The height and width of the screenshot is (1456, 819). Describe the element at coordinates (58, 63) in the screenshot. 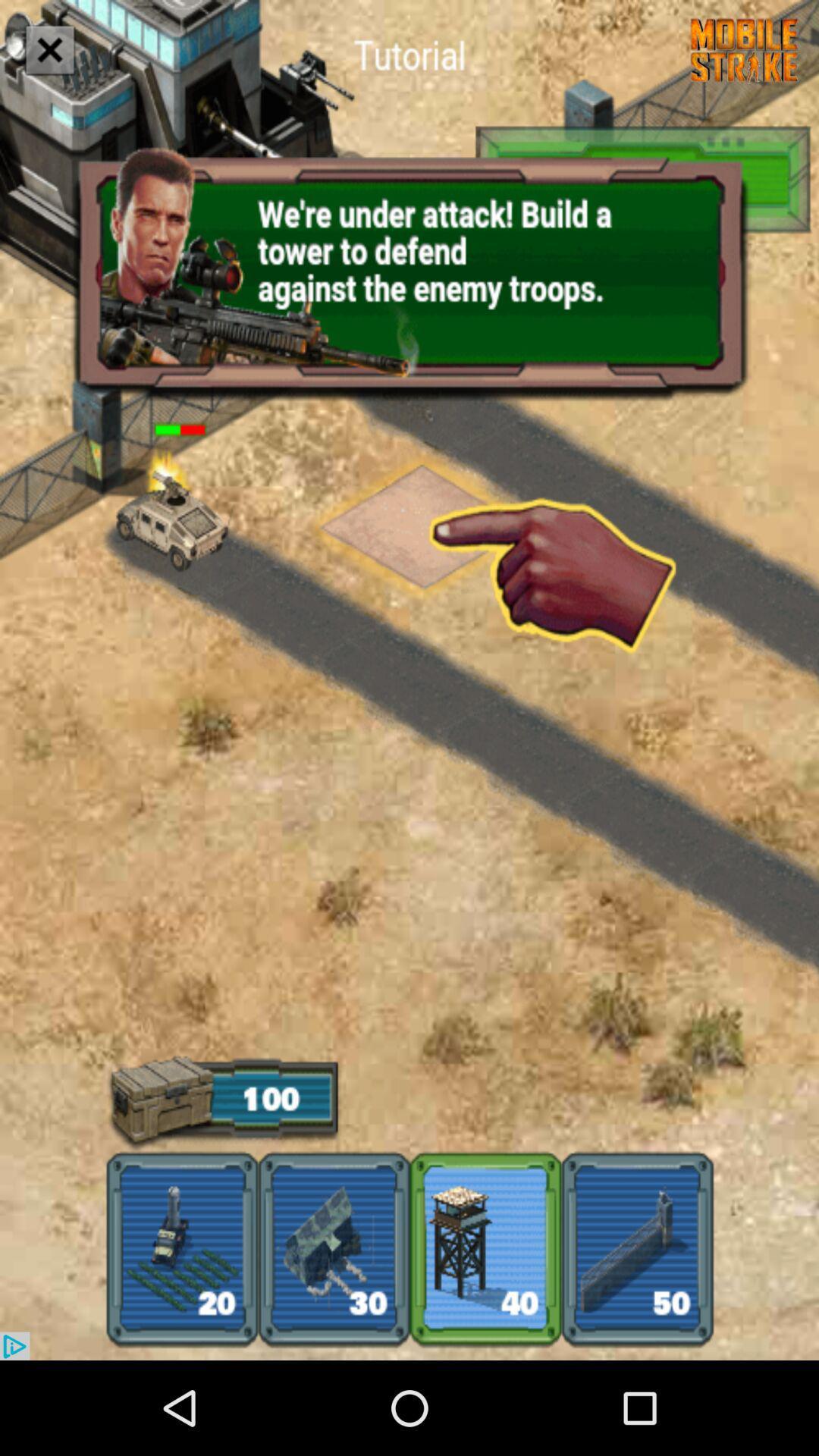

I see `the close icon` at that location.